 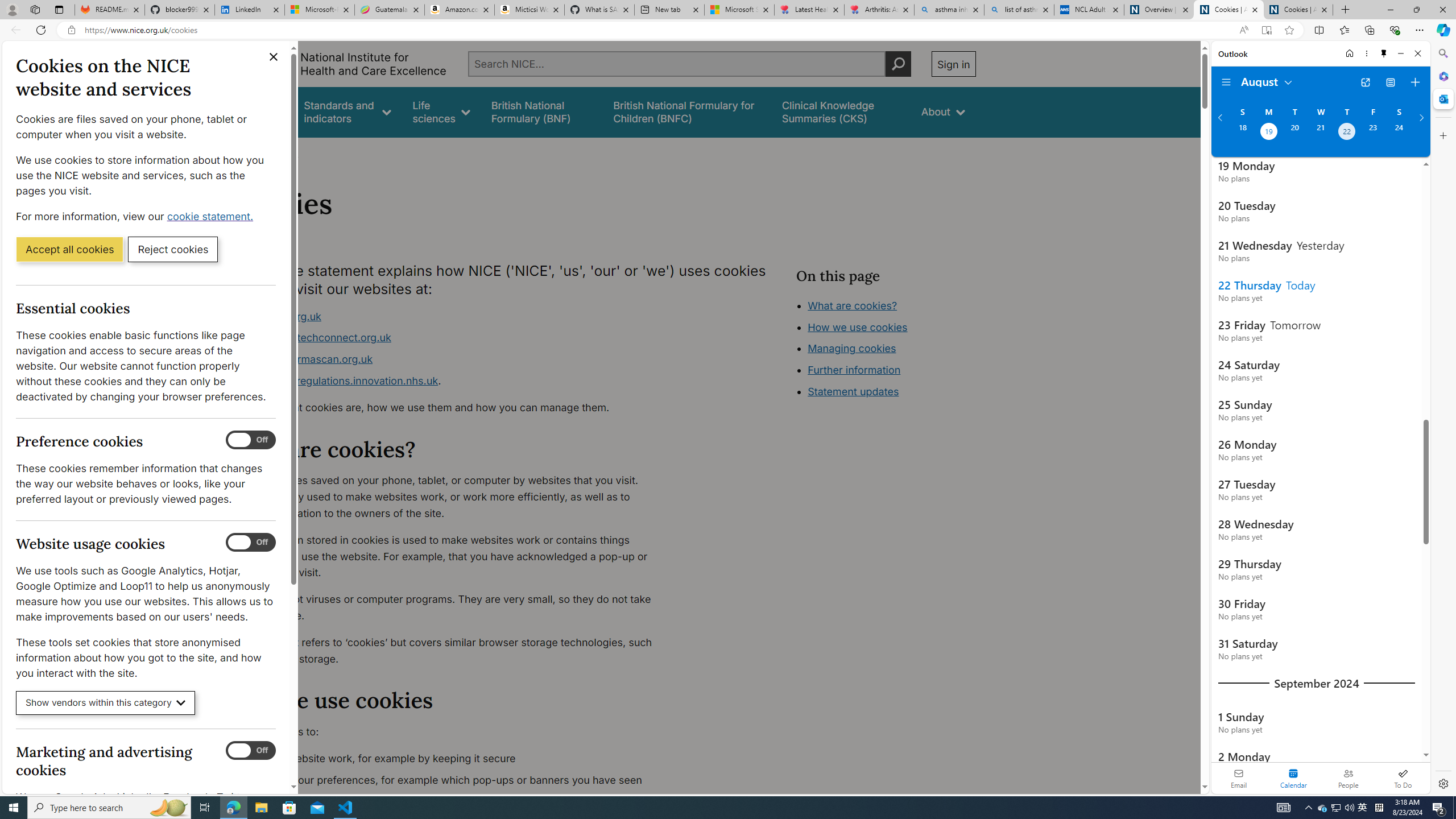 What do you see at coordinates (897, 63) in the screenshot?
I see `'Perform search'` at bounding box center [897, 63].